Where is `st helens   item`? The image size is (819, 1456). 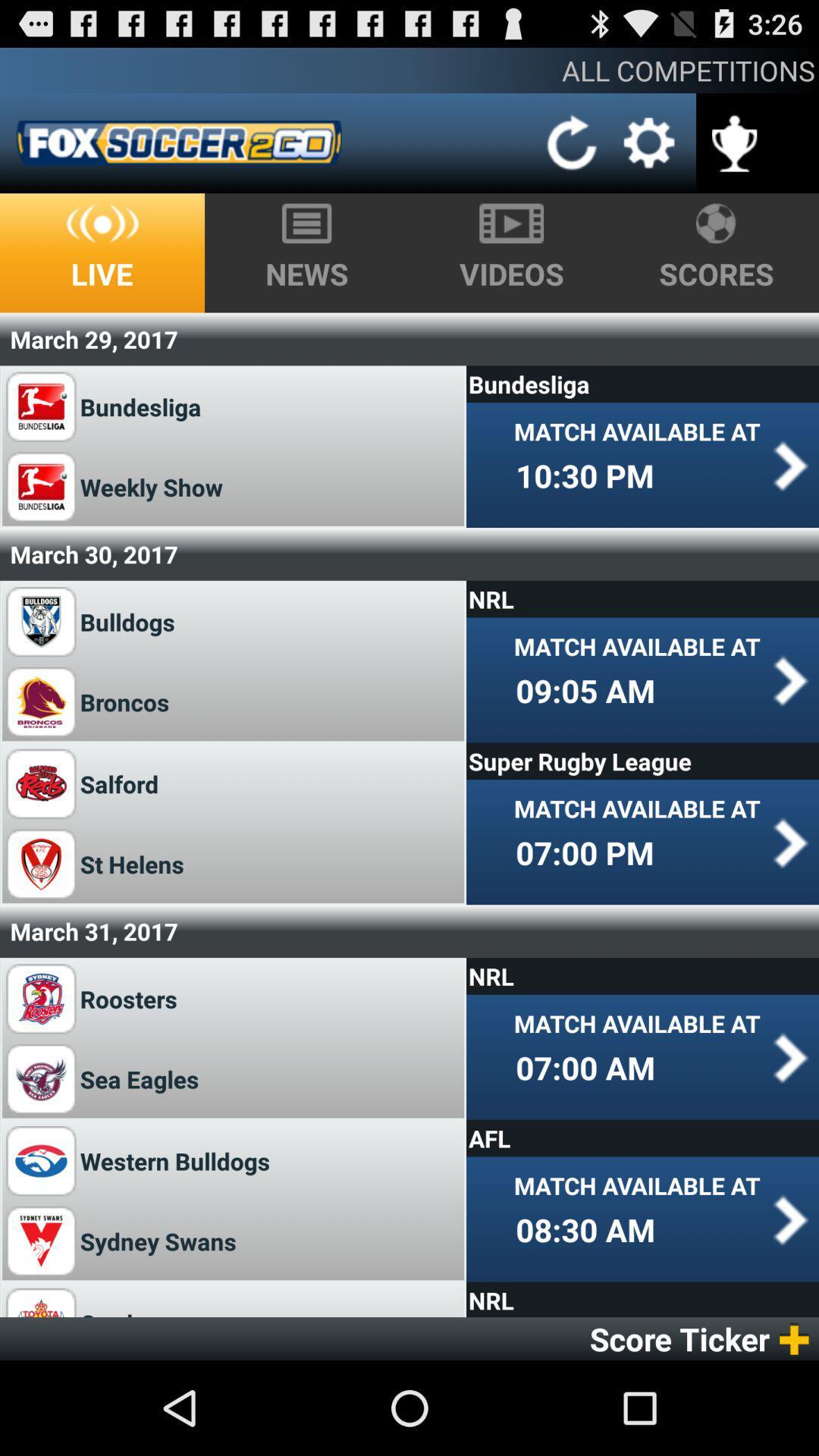
st helens   item is located at coordinates (137, 864).